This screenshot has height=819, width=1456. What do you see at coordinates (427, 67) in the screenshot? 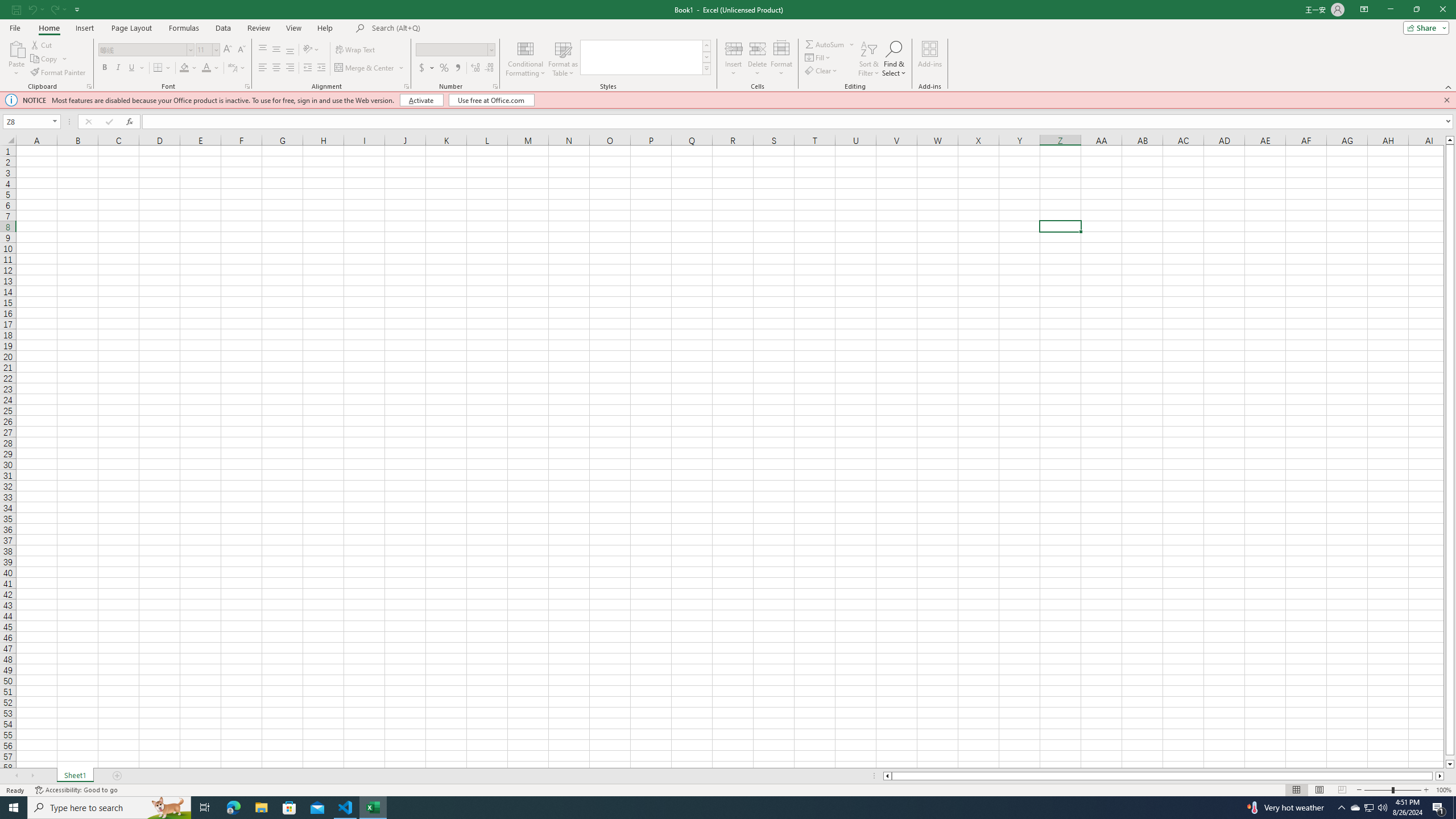
I see `'Accounting Number Format'` at bounding box center [427, 67].